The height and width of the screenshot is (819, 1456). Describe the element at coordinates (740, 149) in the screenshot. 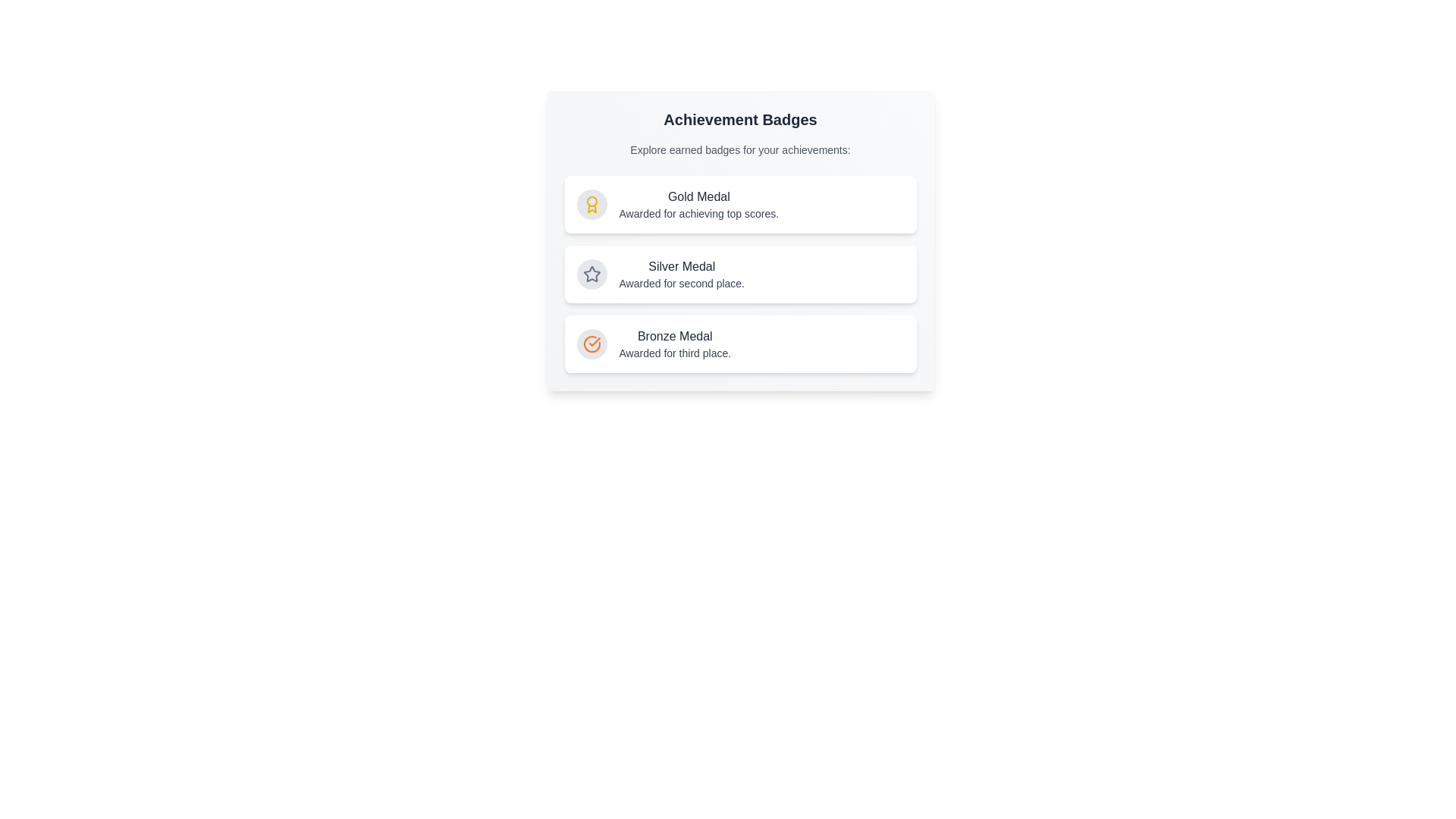

I see `the text label providing context for the 'Achievement Badges' section, located directly under the heading and preceding the list of badges` at that location.